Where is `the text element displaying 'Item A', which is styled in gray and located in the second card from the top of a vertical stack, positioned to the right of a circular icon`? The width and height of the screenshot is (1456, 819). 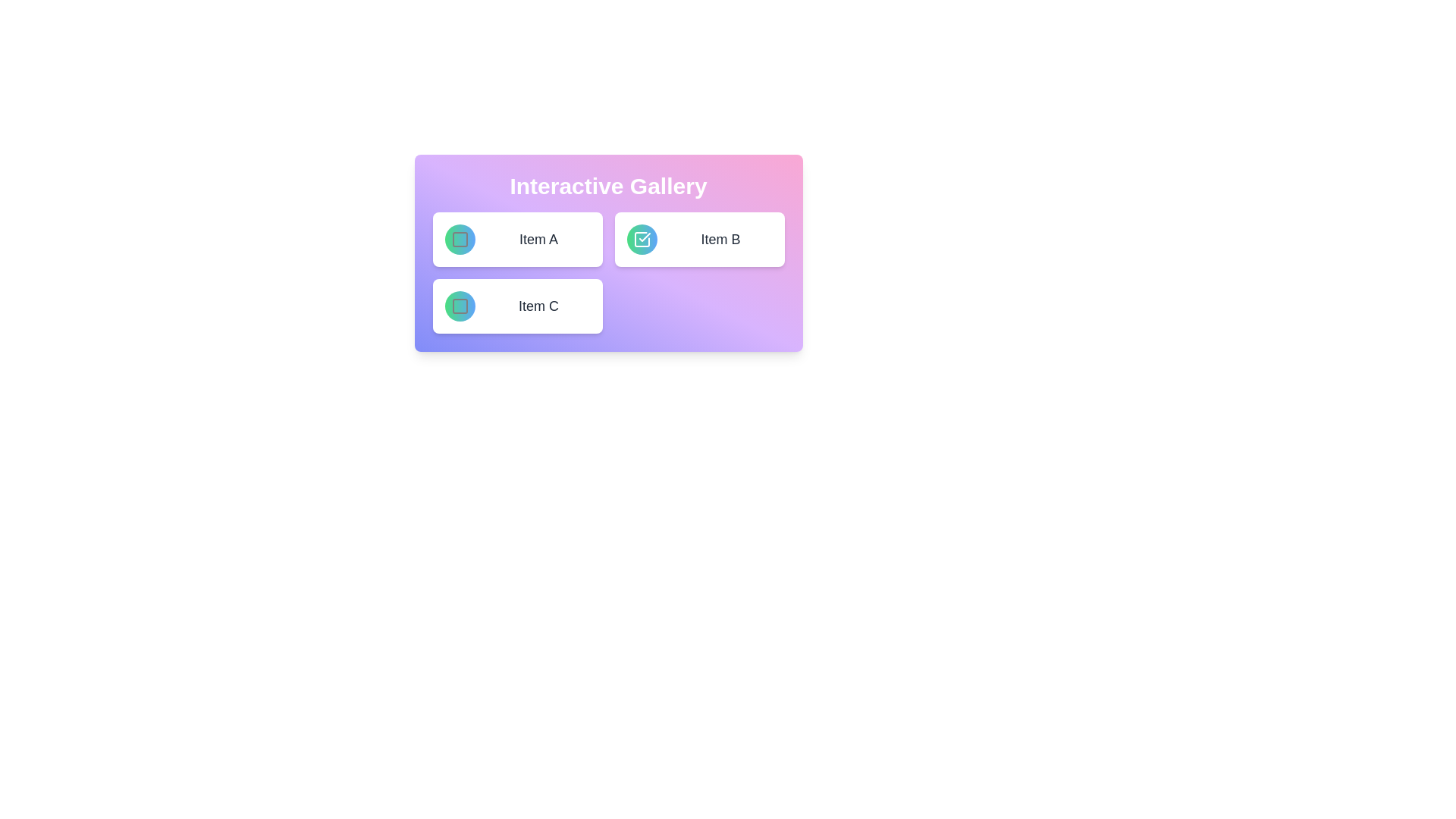 the text element displaying 'Item A', which is styled in gray and located in the second card from the top of a vertical stack, positioned to the right of a circular icon is located at coordinates (538, 239).